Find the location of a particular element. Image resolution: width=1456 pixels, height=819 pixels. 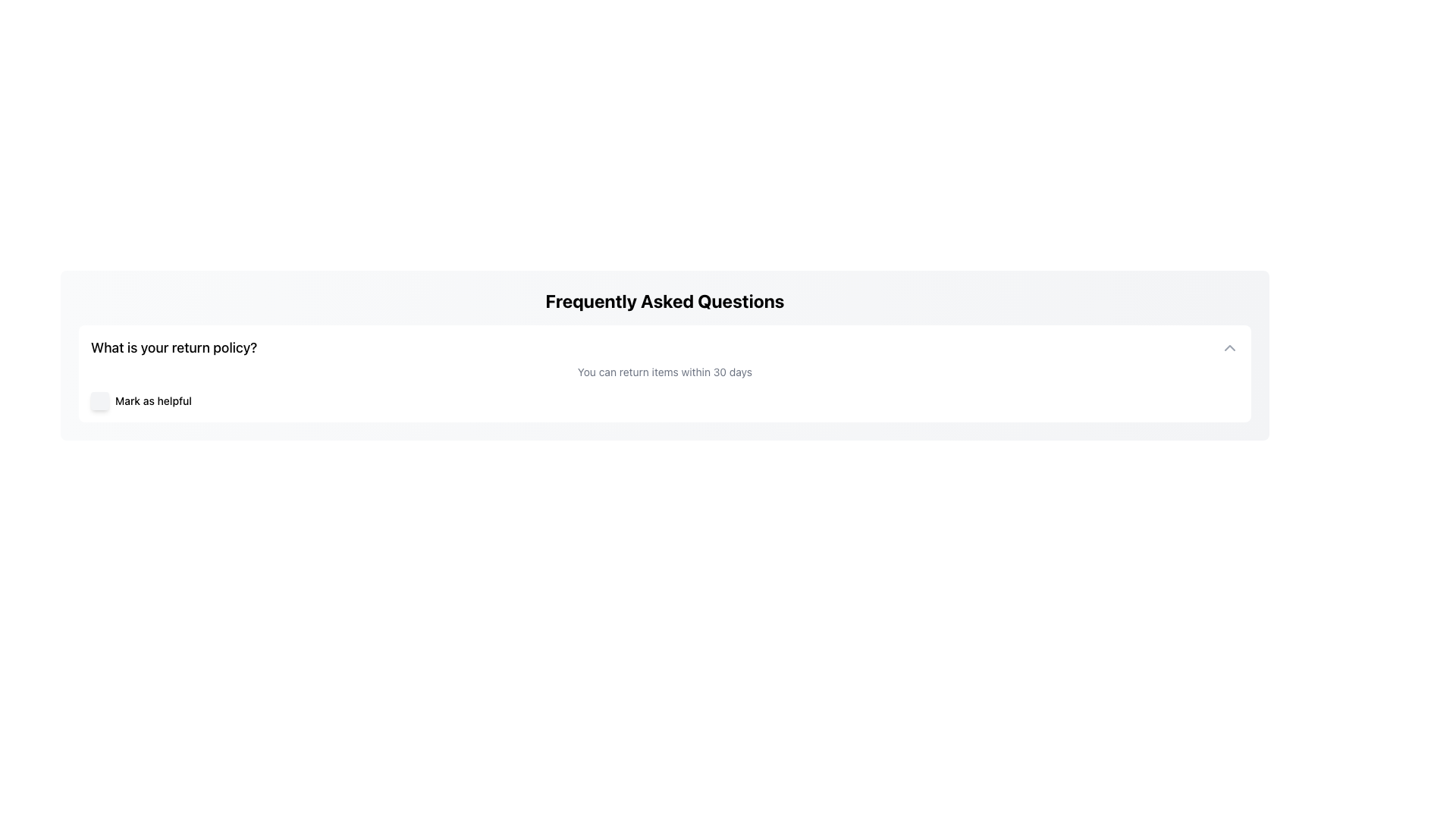

the 'Mark as helpful' static text label, which is positioned to the right of its sibling checkbox in the bottom part of the content section is located at coordinates (153, 400).